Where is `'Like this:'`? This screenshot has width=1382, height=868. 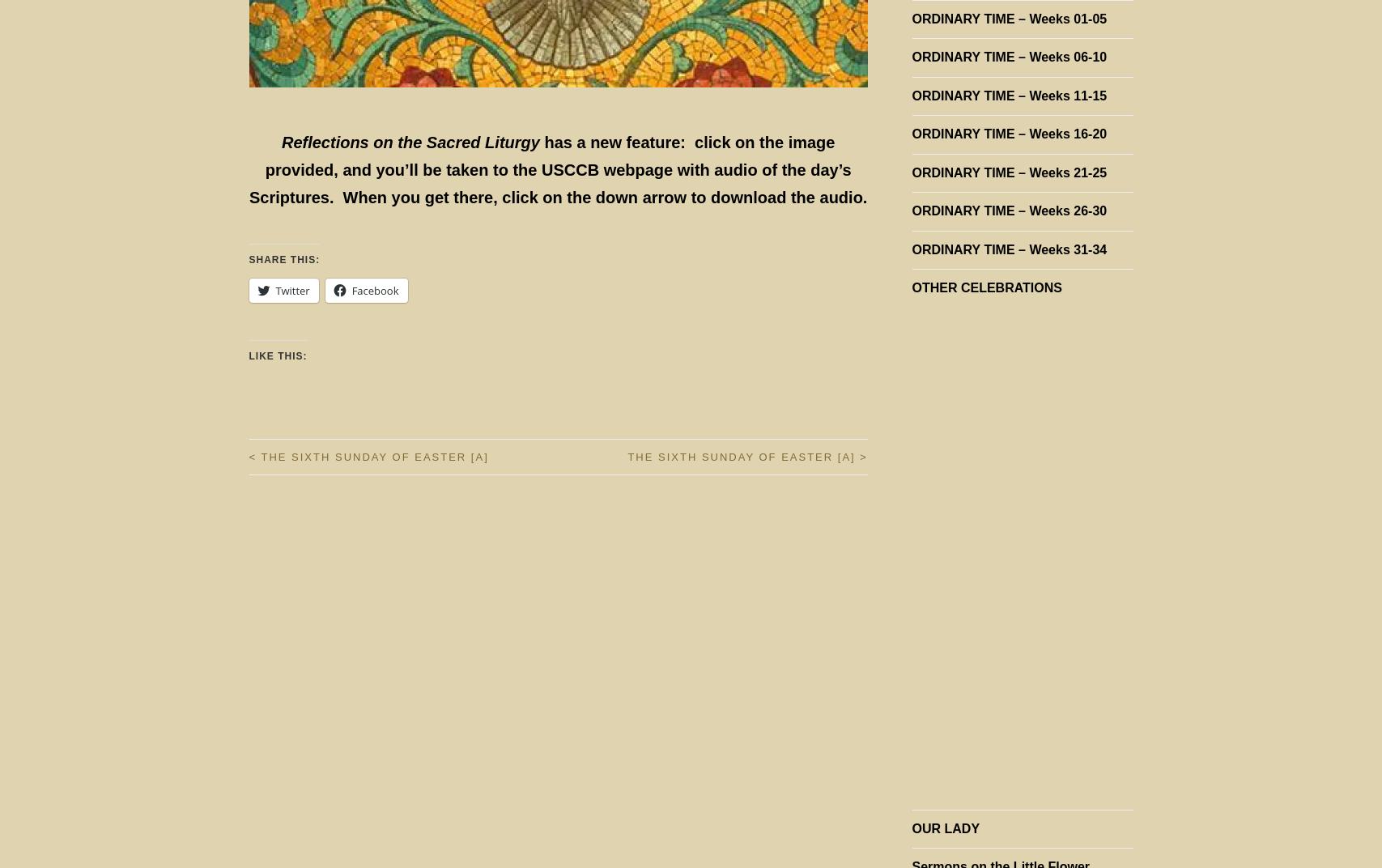
'Like this:' is located at coordinates (277, 355).